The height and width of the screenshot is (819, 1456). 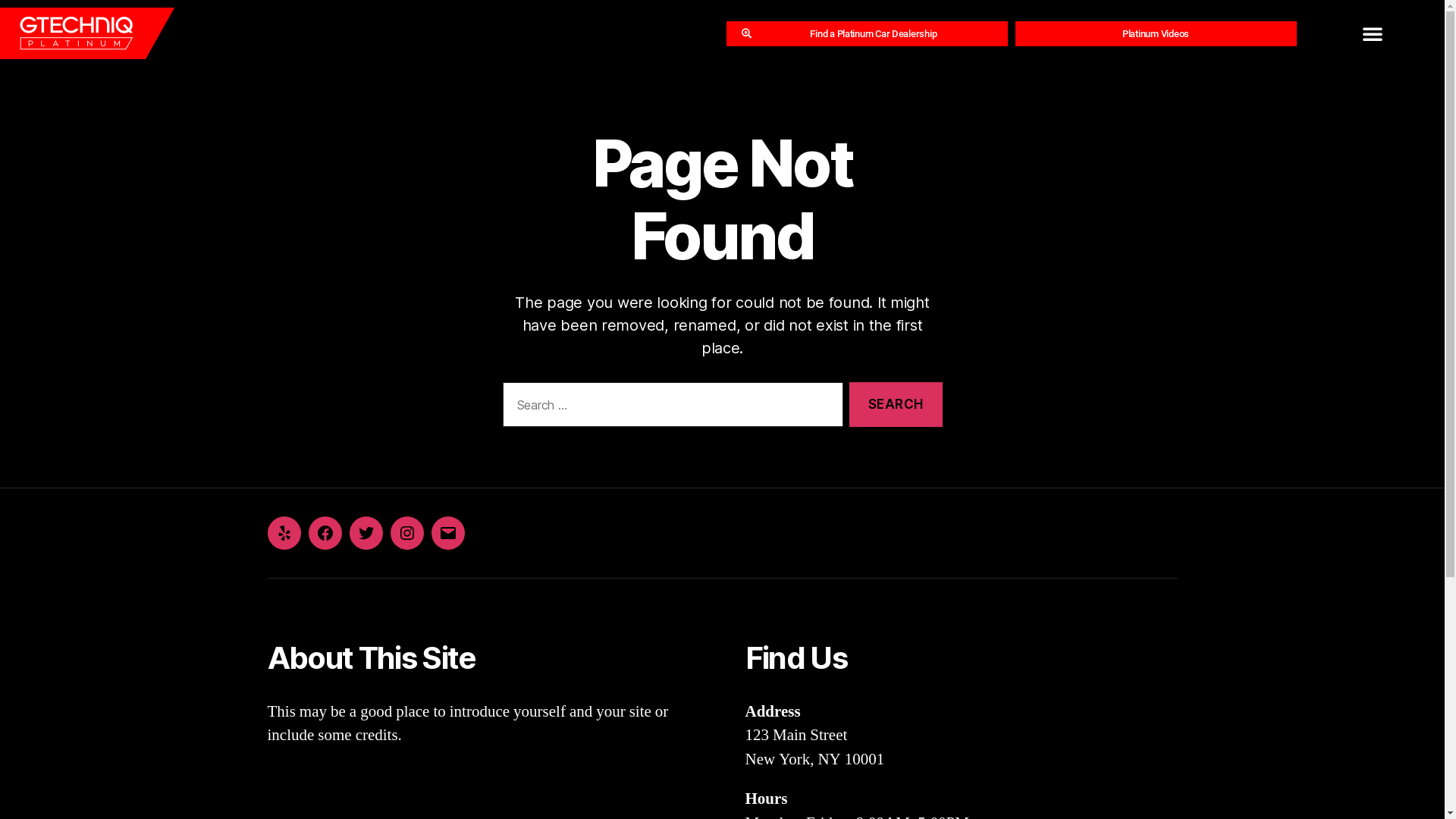 I want to click on 'Find a Platinum Car Dealership', so click(x=867, y=33).